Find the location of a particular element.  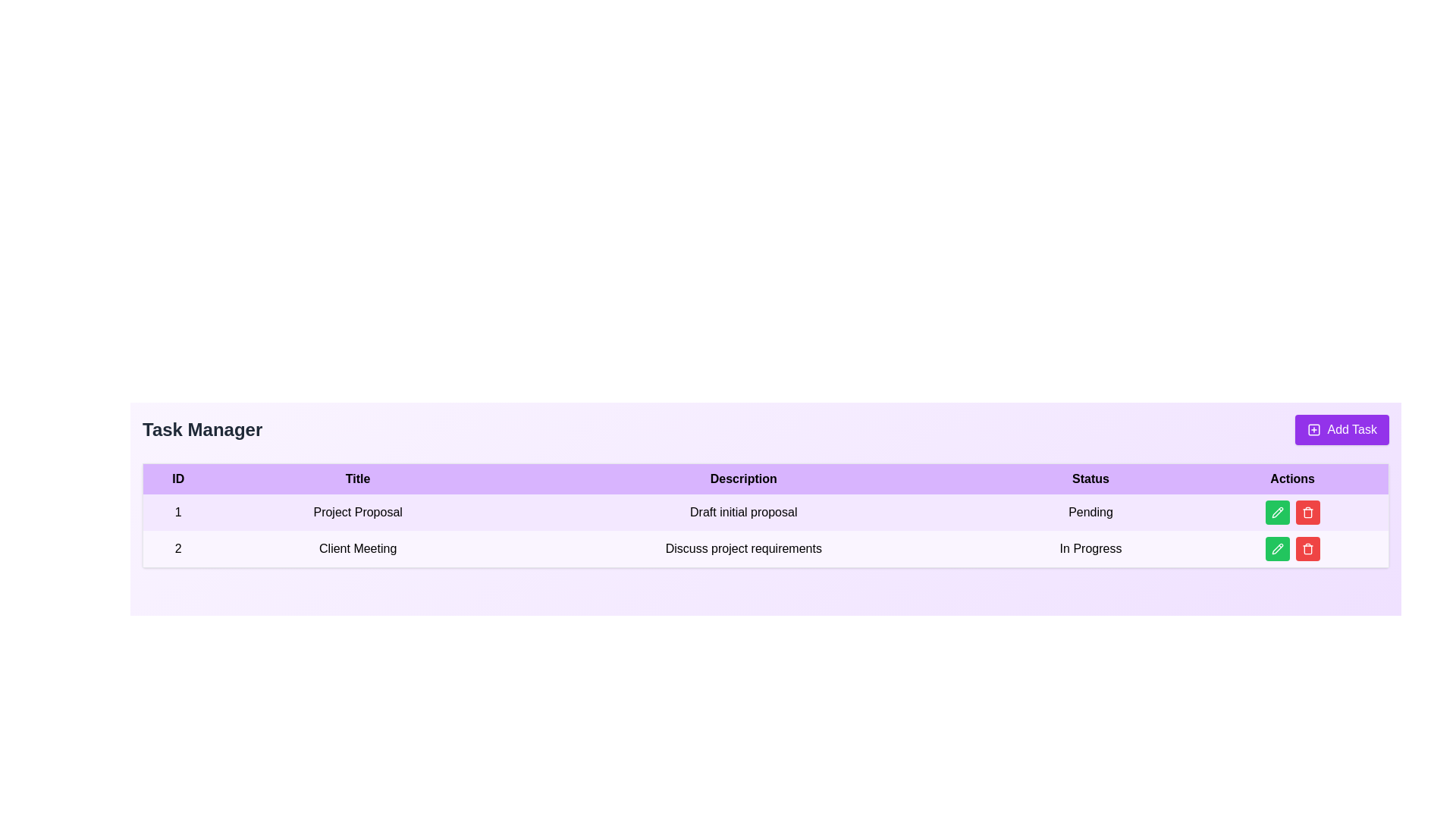

the red delete button with a trash can icon located in the Actions column of the second row in the Task Manager table is located at coordinates (1307, 512).